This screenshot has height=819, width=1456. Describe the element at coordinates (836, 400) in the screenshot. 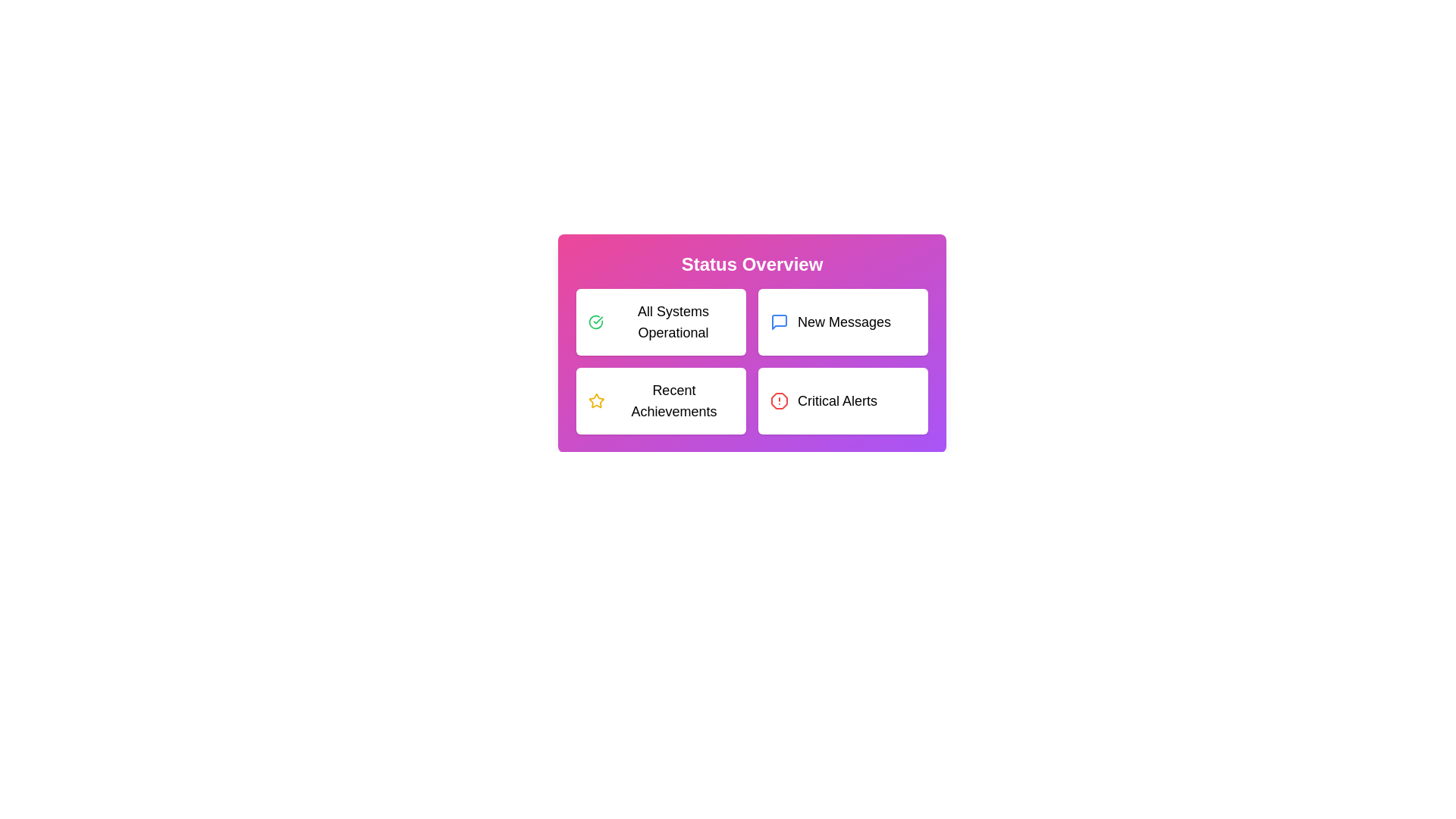

I see `the bold text label displaying 'Critical Alerts', which is positioned to the right of a red octagon icon in the bottom-right corner of the grid layout under the 'Status Overview' header` at that location.